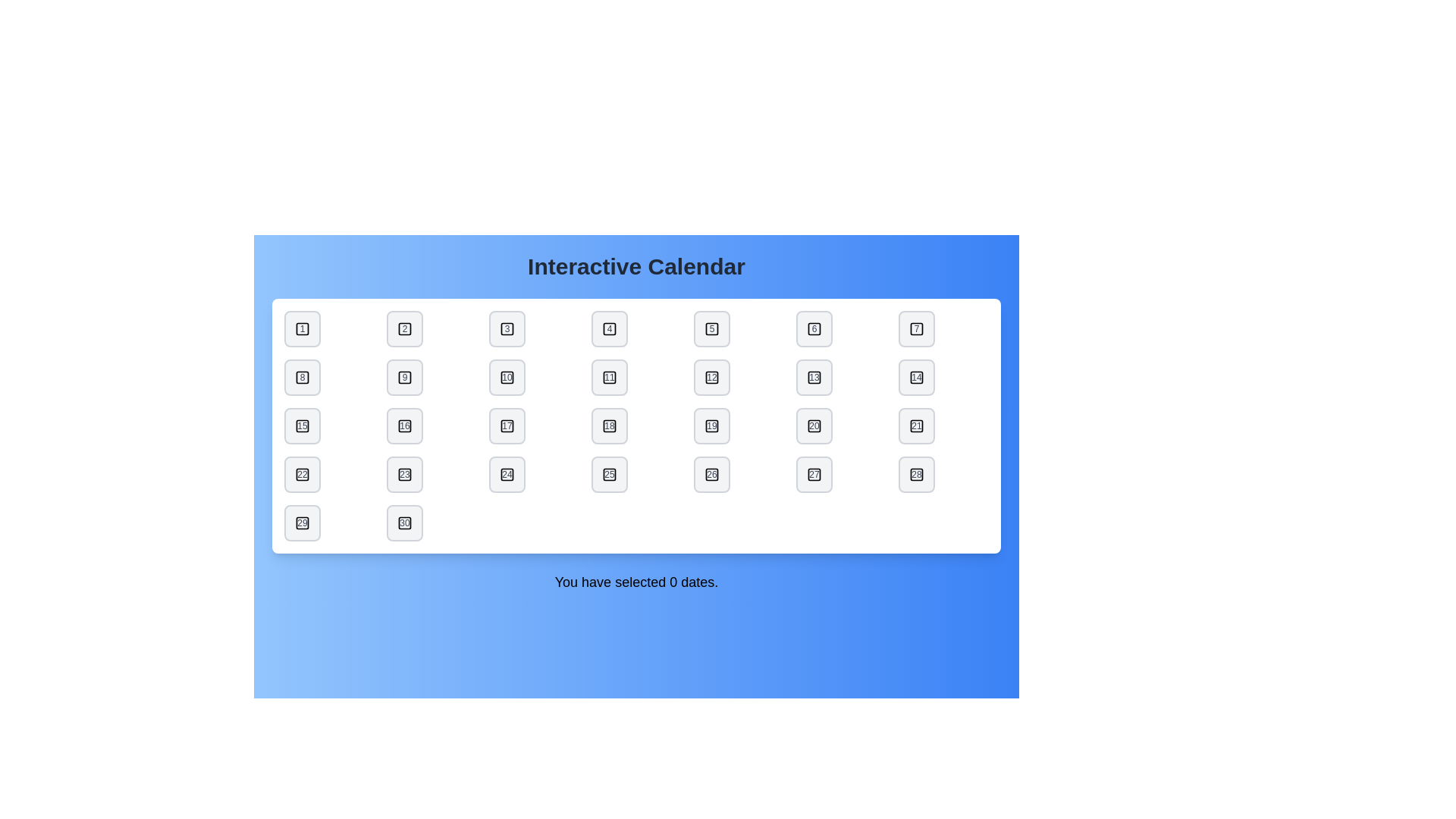  What do you see at coordinates (814, 473) in the screenshot?
I see `the date button labeled 27 to toggle its selection state` at bounding box center [814, 473].